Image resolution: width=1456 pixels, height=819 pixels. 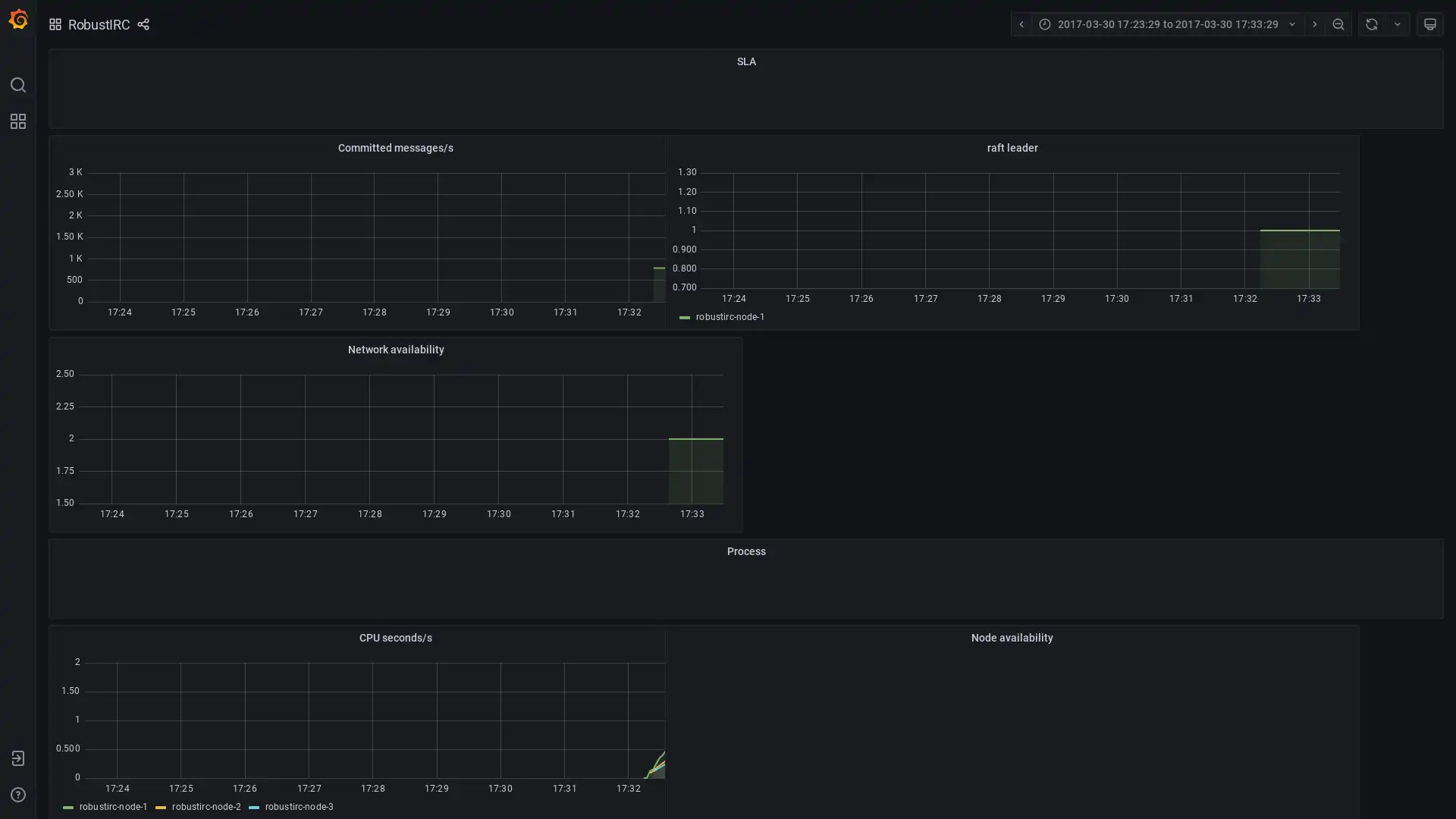 I want to click on Cycle view mode, so click(x=1429, y=24).